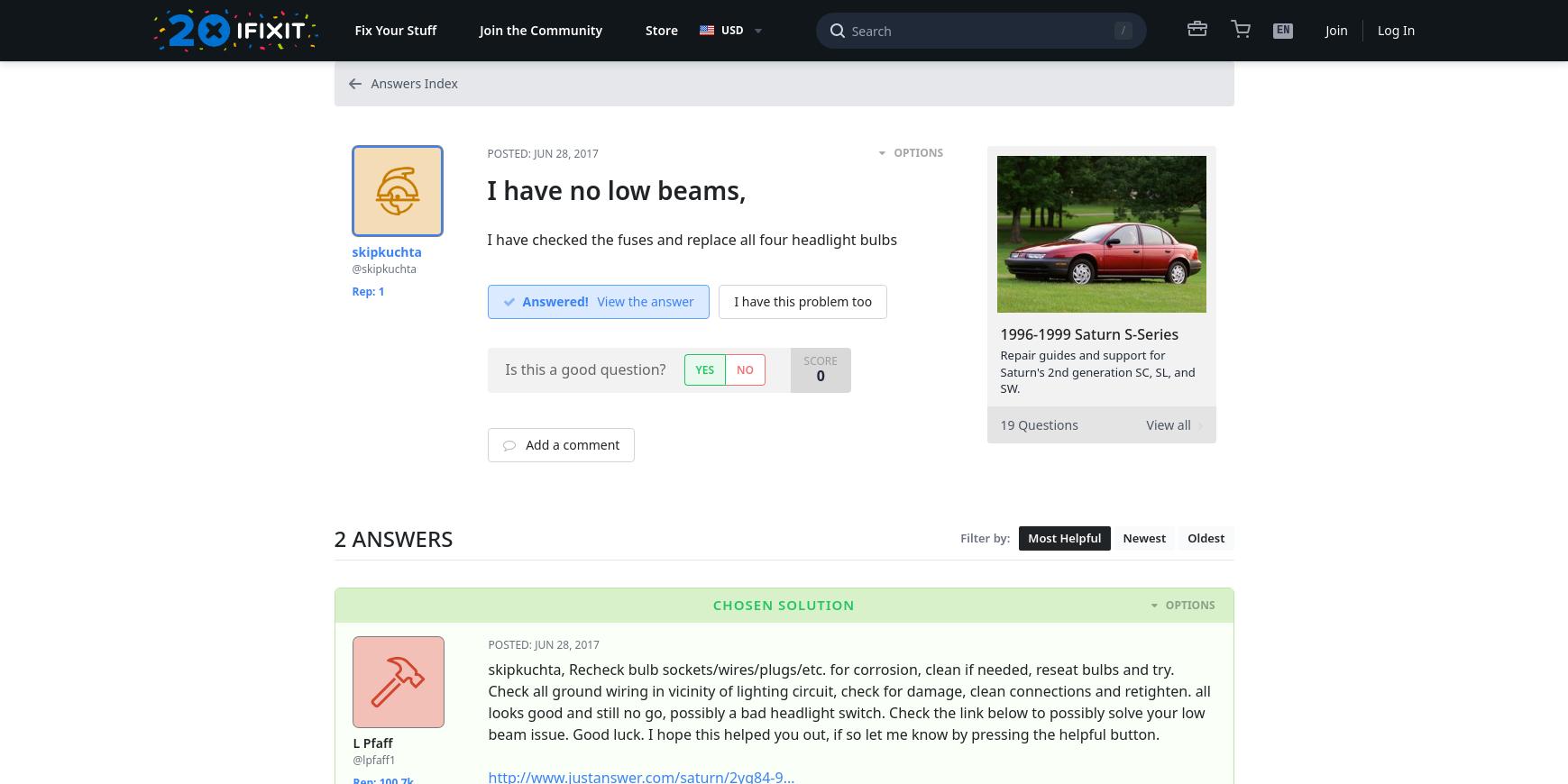  Describe the element at coordinates (1205, 536) in the screenshot. I see `'Oldest'` at that location.